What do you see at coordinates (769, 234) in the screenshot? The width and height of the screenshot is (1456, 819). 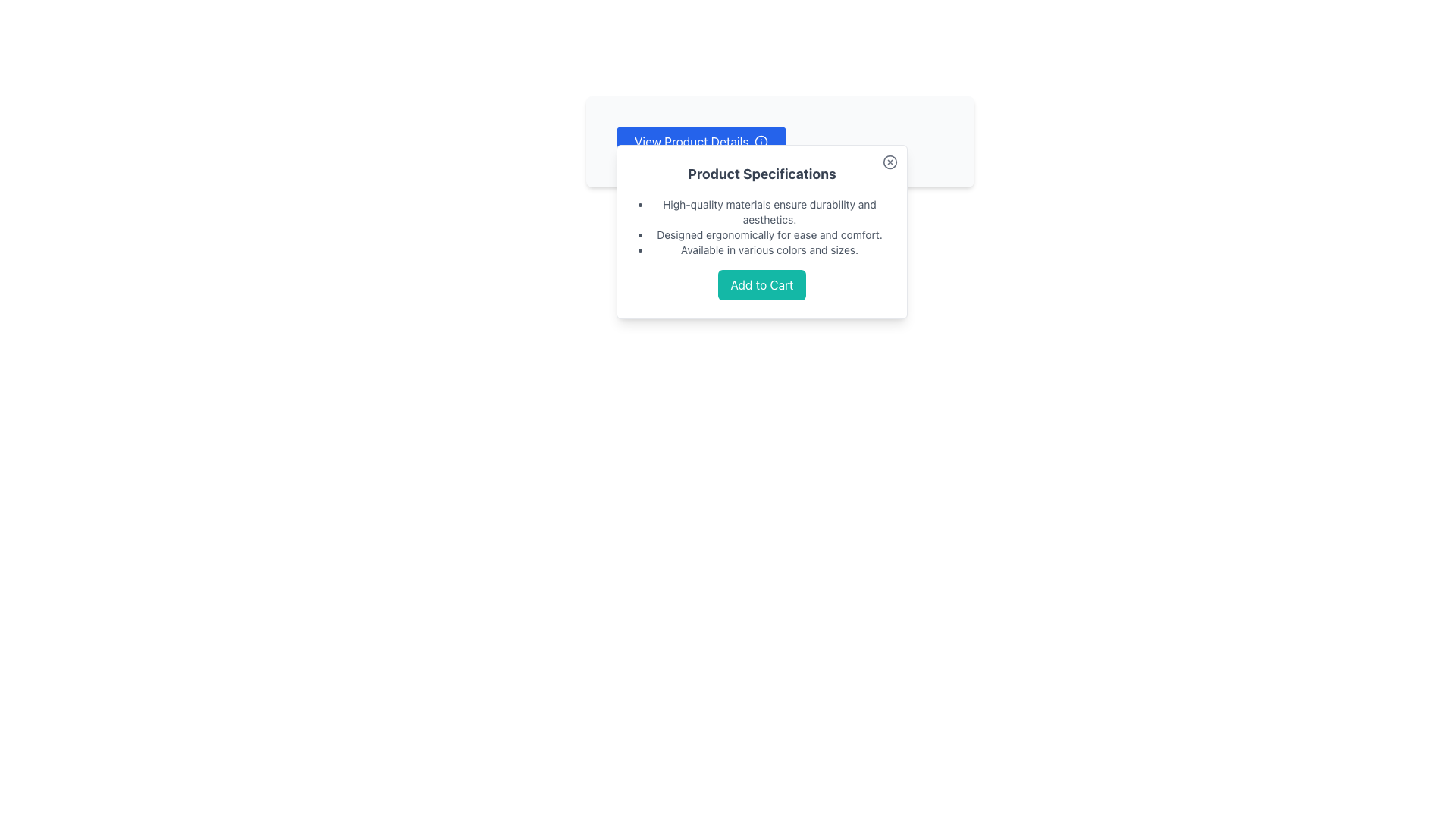 I see `the text element reading 'Designed ergonomically for ease and comfort.' which is the second item in a bulleted list within the modal dialog box labeled 'Product Specifications'` at bounding box center [769, 234].